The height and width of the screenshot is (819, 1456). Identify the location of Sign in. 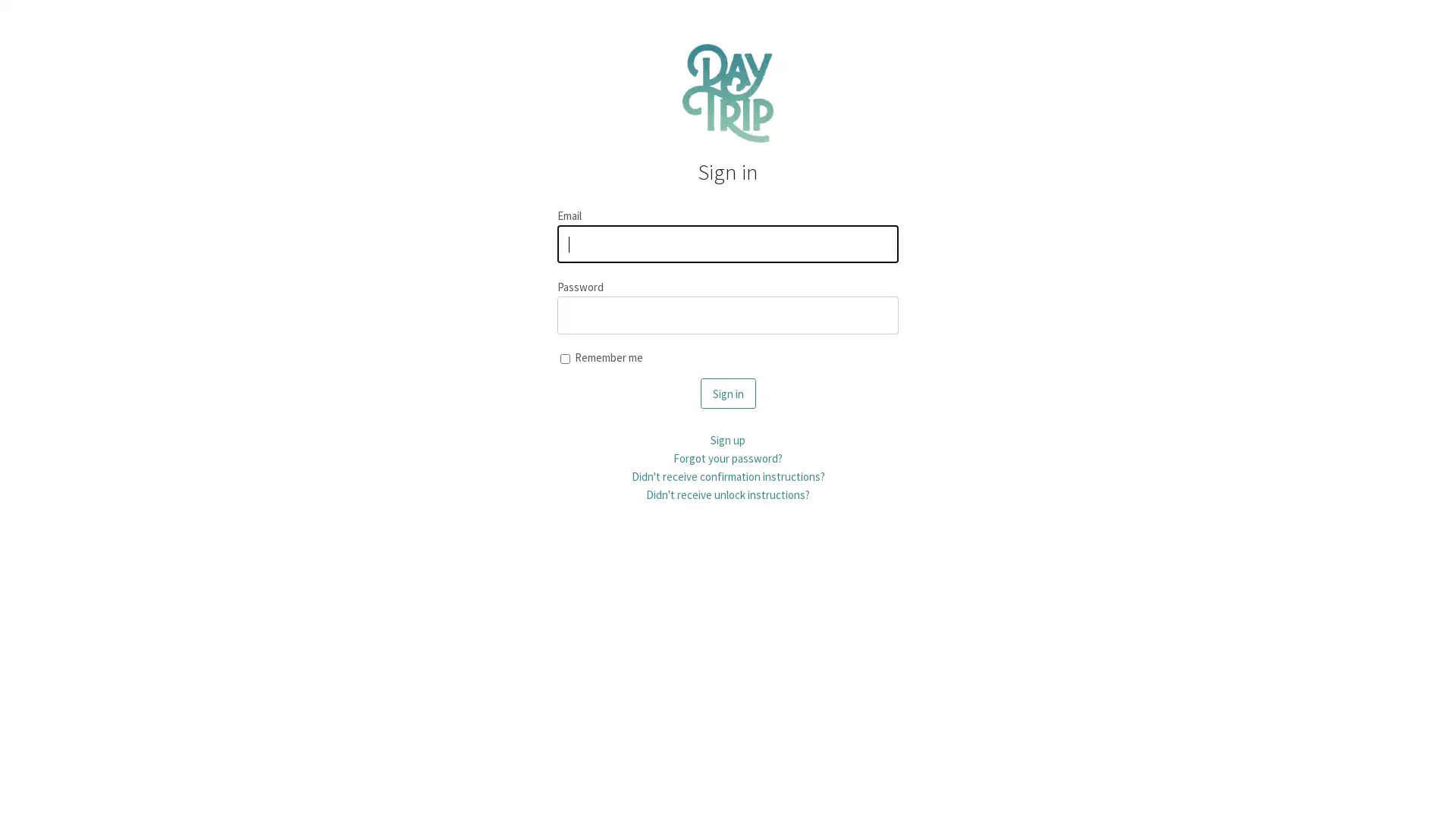
(726, 392).